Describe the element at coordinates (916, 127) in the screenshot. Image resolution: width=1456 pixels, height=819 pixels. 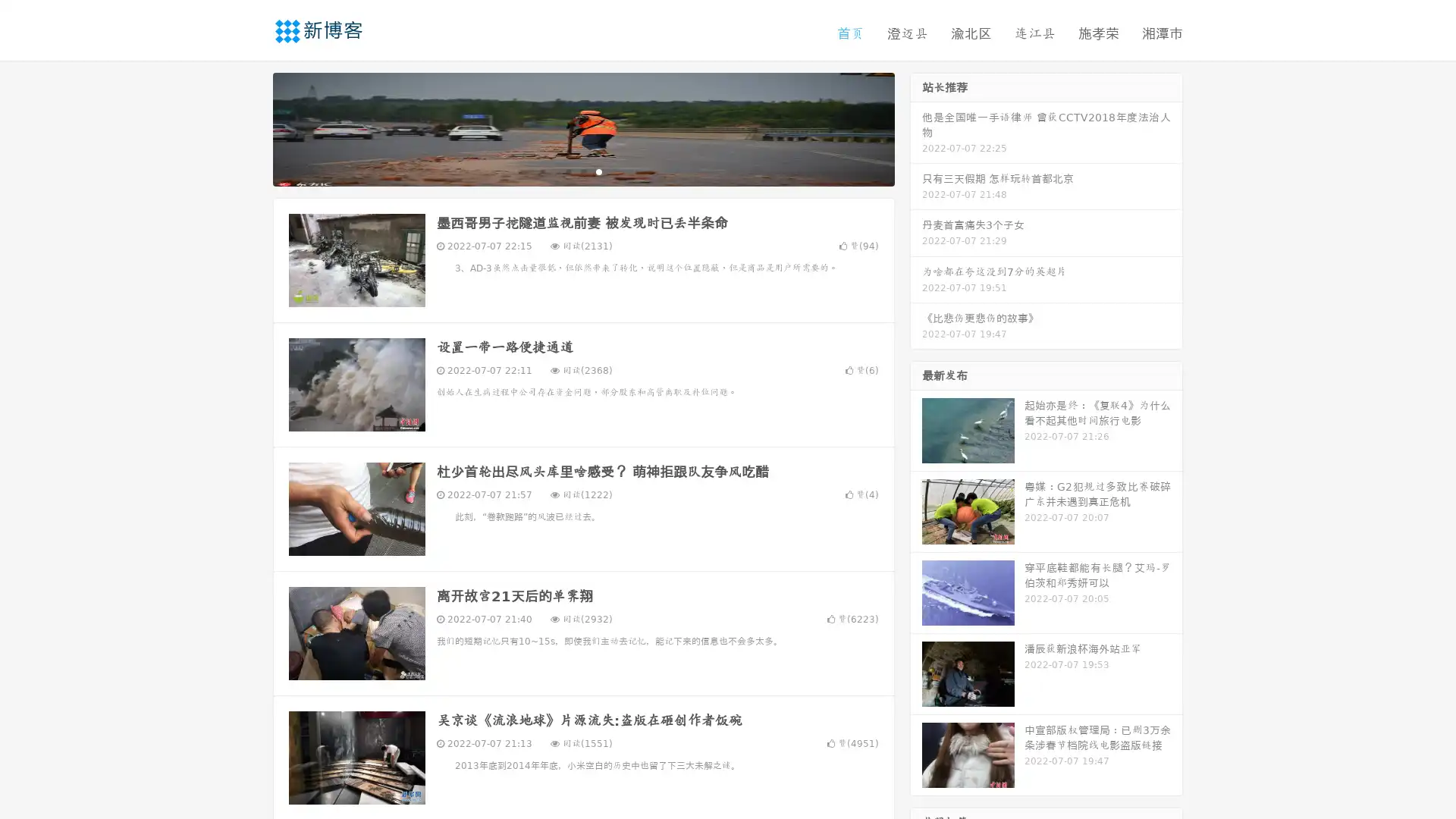
I see `Next slide` at that location.